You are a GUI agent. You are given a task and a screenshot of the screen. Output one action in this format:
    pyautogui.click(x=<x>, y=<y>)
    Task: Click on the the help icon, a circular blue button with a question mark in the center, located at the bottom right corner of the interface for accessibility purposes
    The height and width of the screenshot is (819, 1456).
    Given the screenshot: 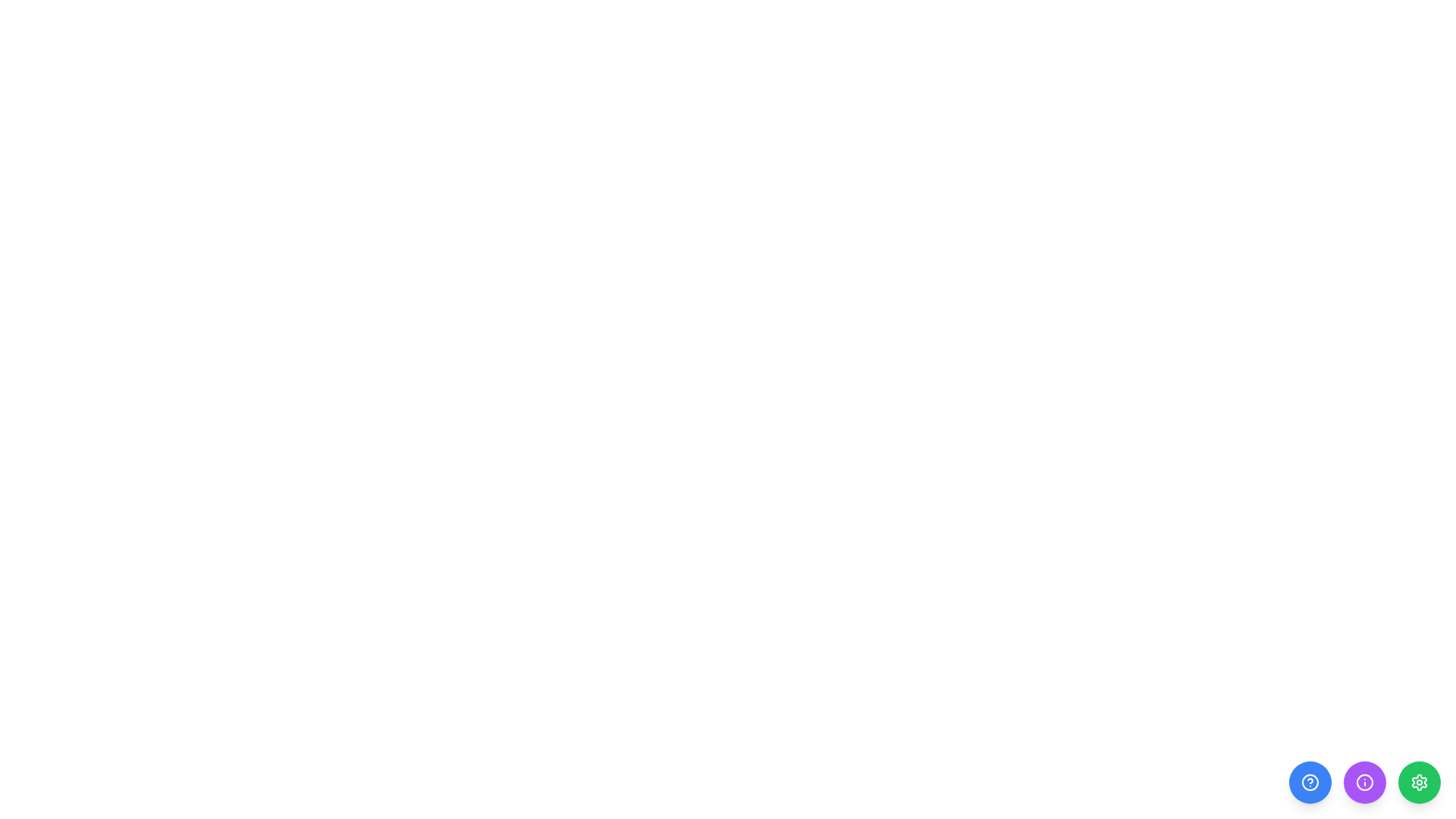 What is the action you would take?
    pyautogui.click(x=1310, y=783)
    